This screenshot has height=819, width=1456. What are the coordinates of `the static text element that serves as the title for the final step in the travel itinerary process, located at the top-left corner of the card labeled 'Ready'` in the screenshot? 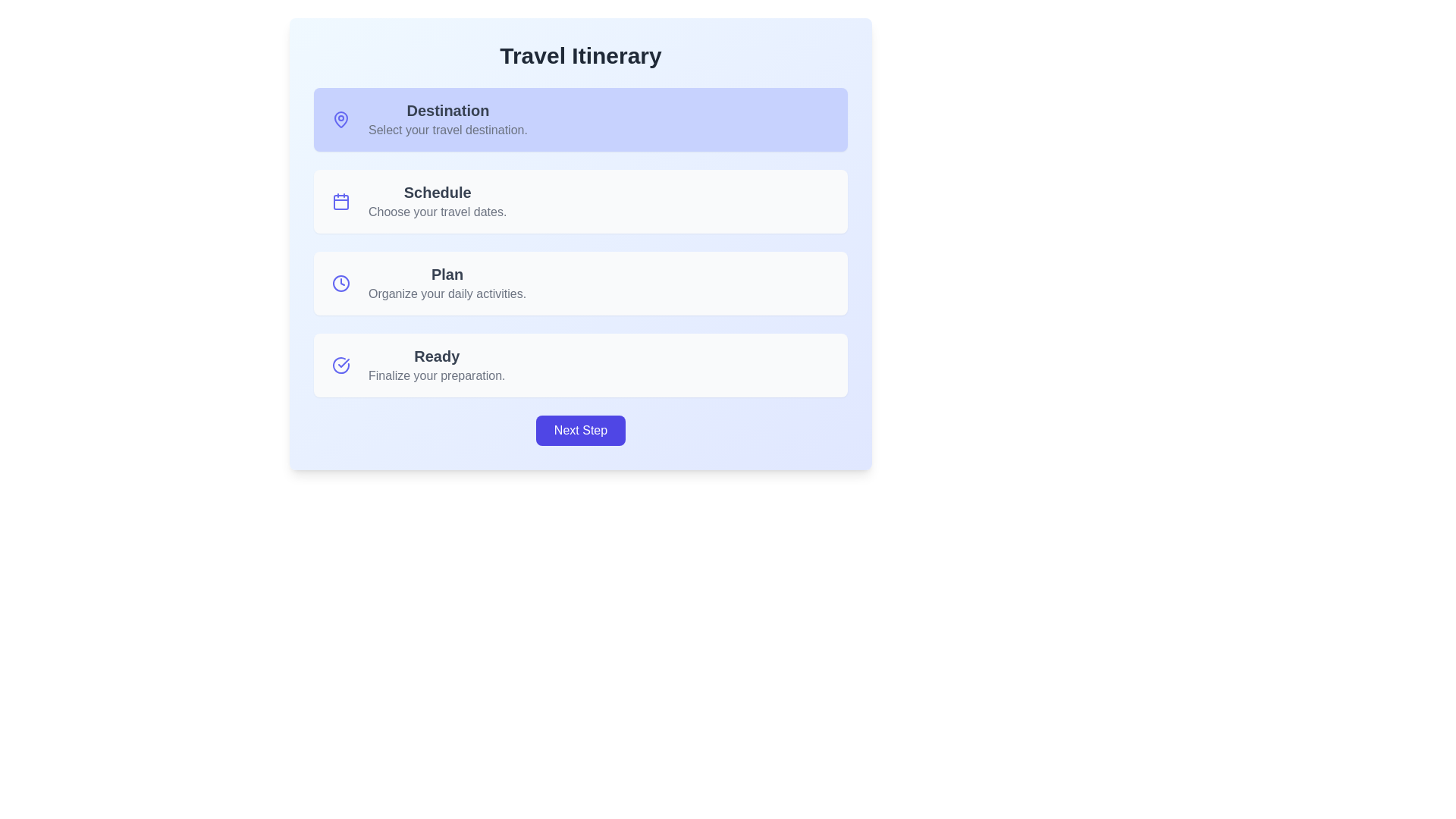 It's located at (436, 356).